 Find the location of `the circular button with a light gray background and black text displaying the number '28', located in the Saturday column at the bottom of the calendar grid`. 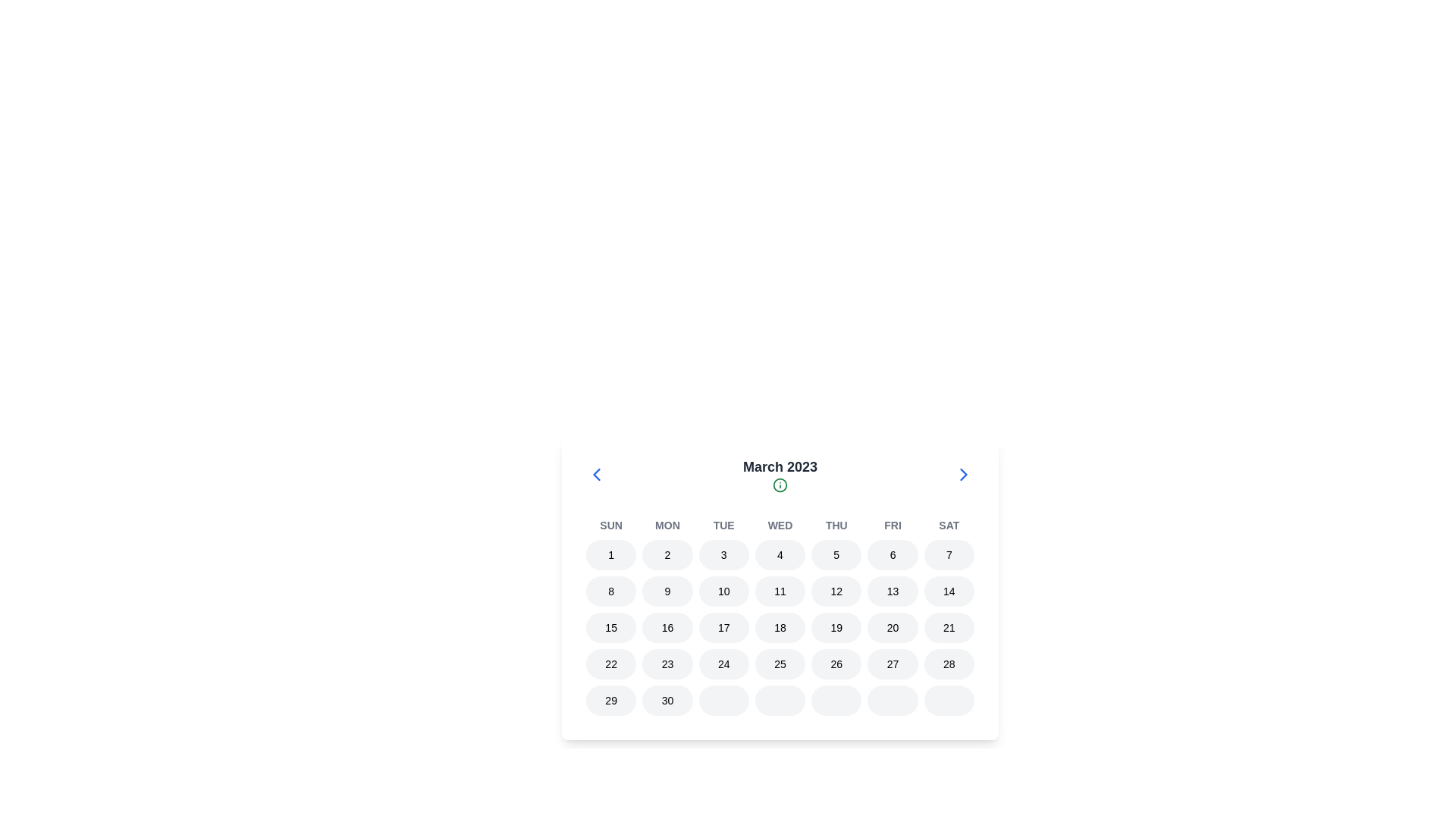

the circular button with a light gray background and black text displaying the number '28', located in the Saturday column at the bottom of the calendar grid is located at coordinates (948, 663).